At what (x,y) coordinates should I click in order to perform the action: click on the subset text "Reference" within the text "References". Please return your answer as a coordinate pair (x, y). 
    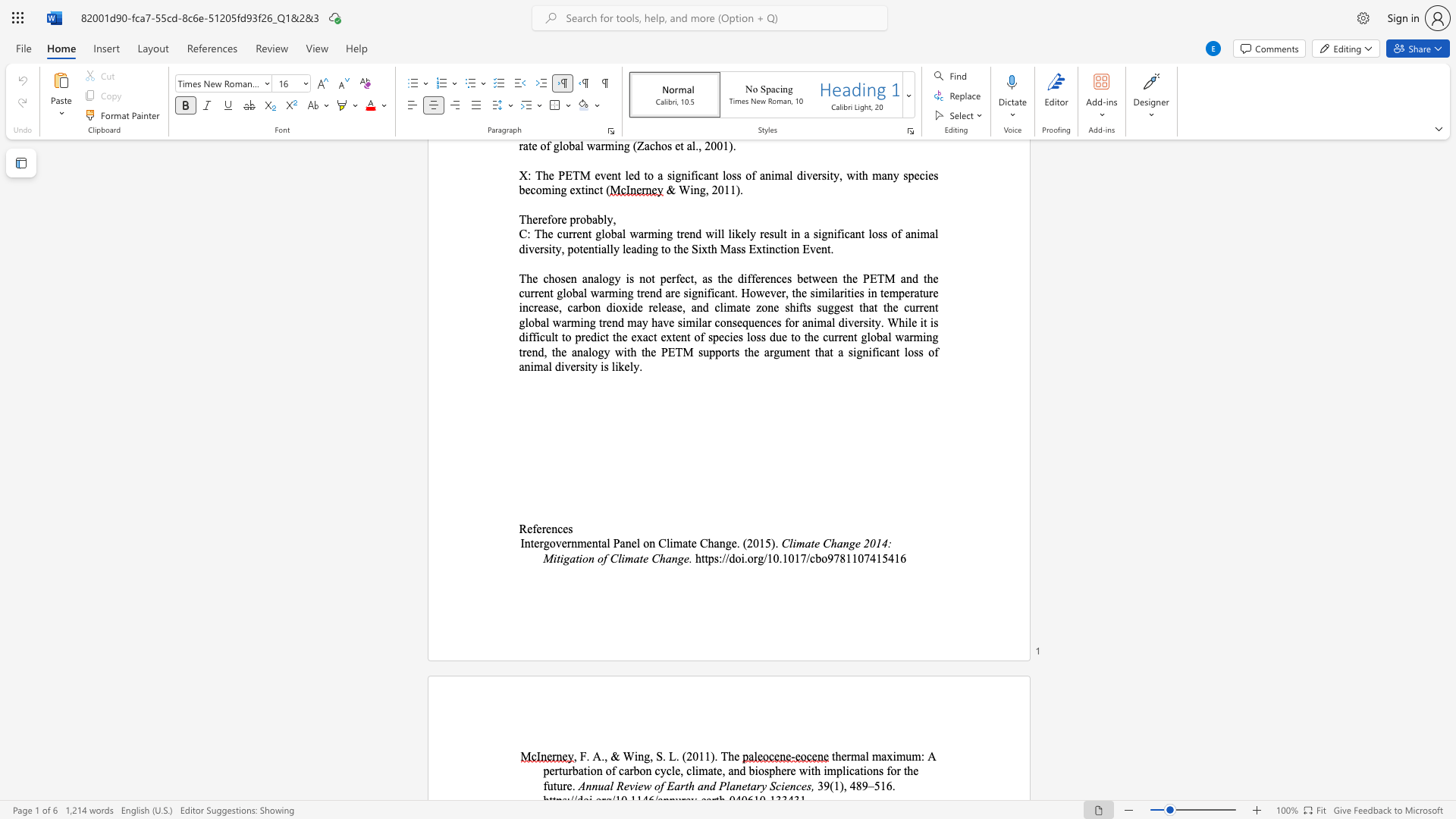
    Looking at the image, I should click on (519, 528).